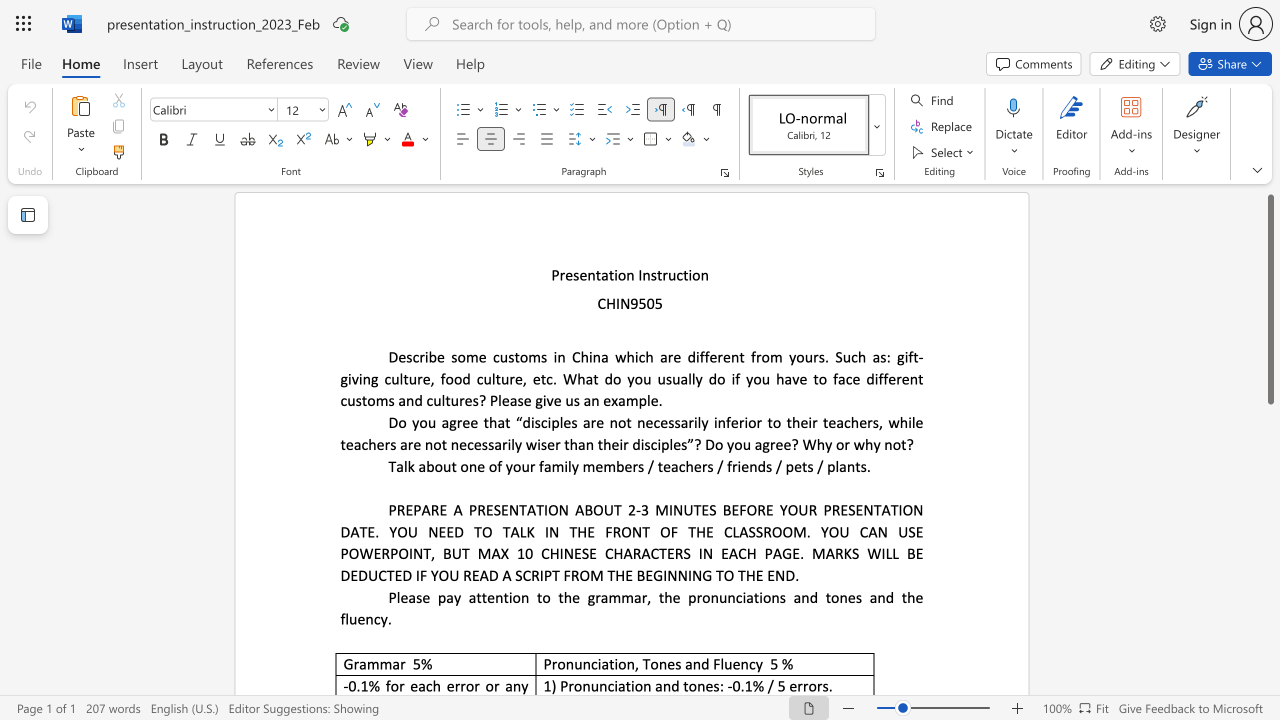 The width and height of the screenshot is (1280, 720). What do you see at coordinates (1269, 299) in the screenshot?
I see `the scrollbar and move up 10 pixels` at bounding box center [1269, 299].